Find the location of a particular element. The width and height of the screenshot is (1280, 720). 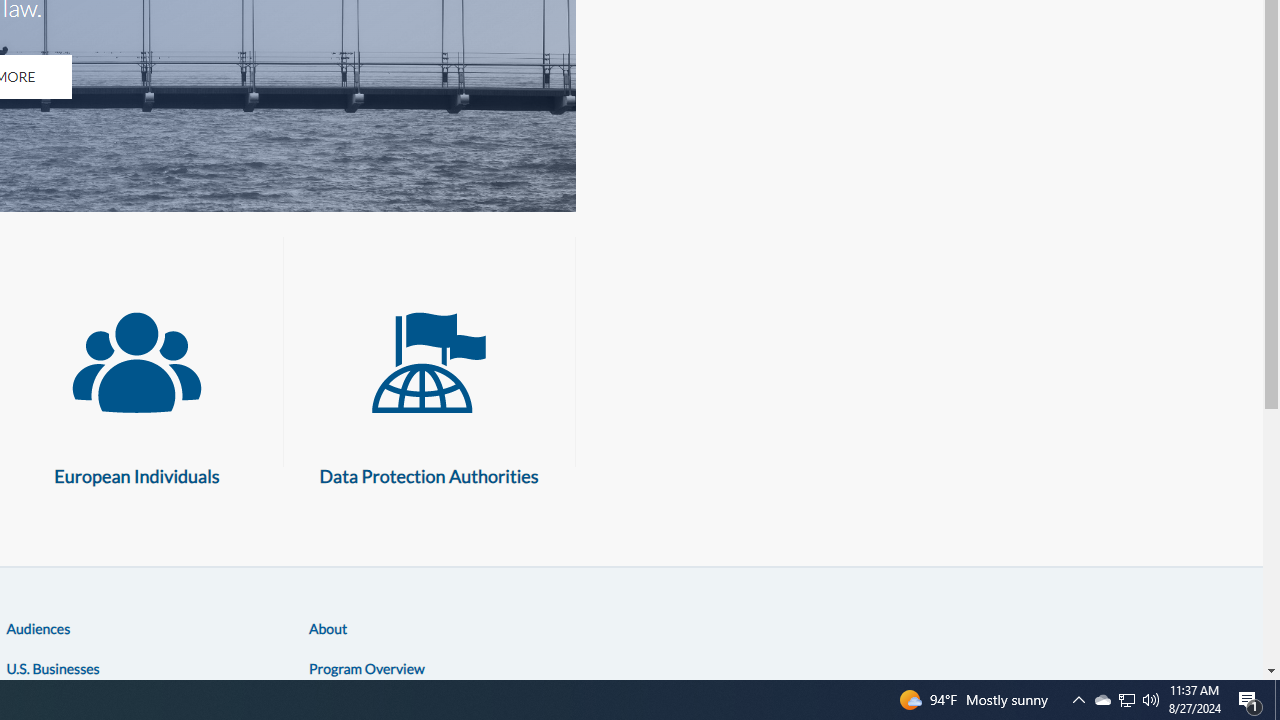

'Program Overview' is located at coordinates (366, 667).